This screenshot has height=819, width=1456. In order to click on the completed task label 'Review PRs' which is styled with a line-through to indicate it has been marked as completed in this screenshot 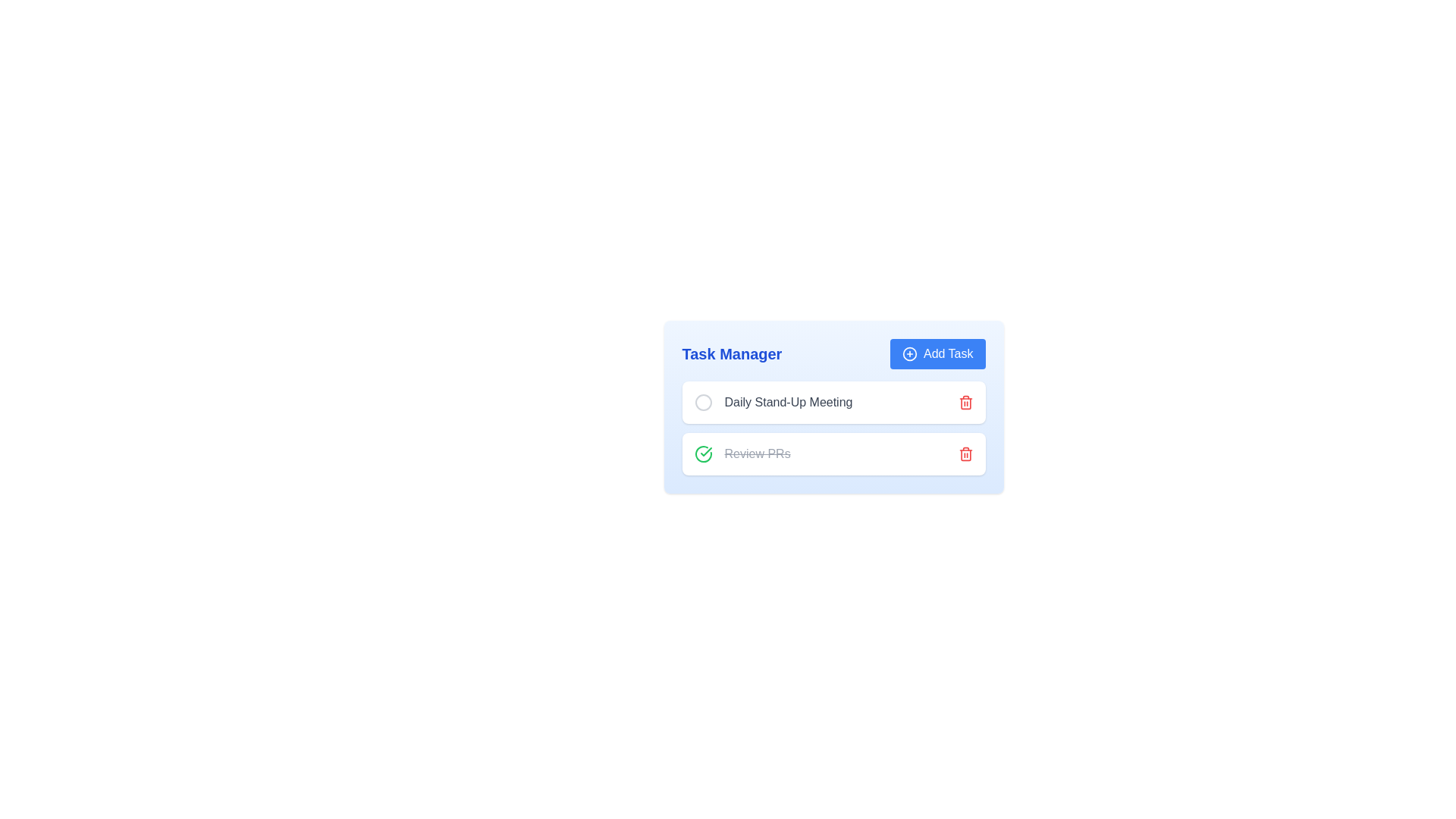, I will do `click(757, 453)`.